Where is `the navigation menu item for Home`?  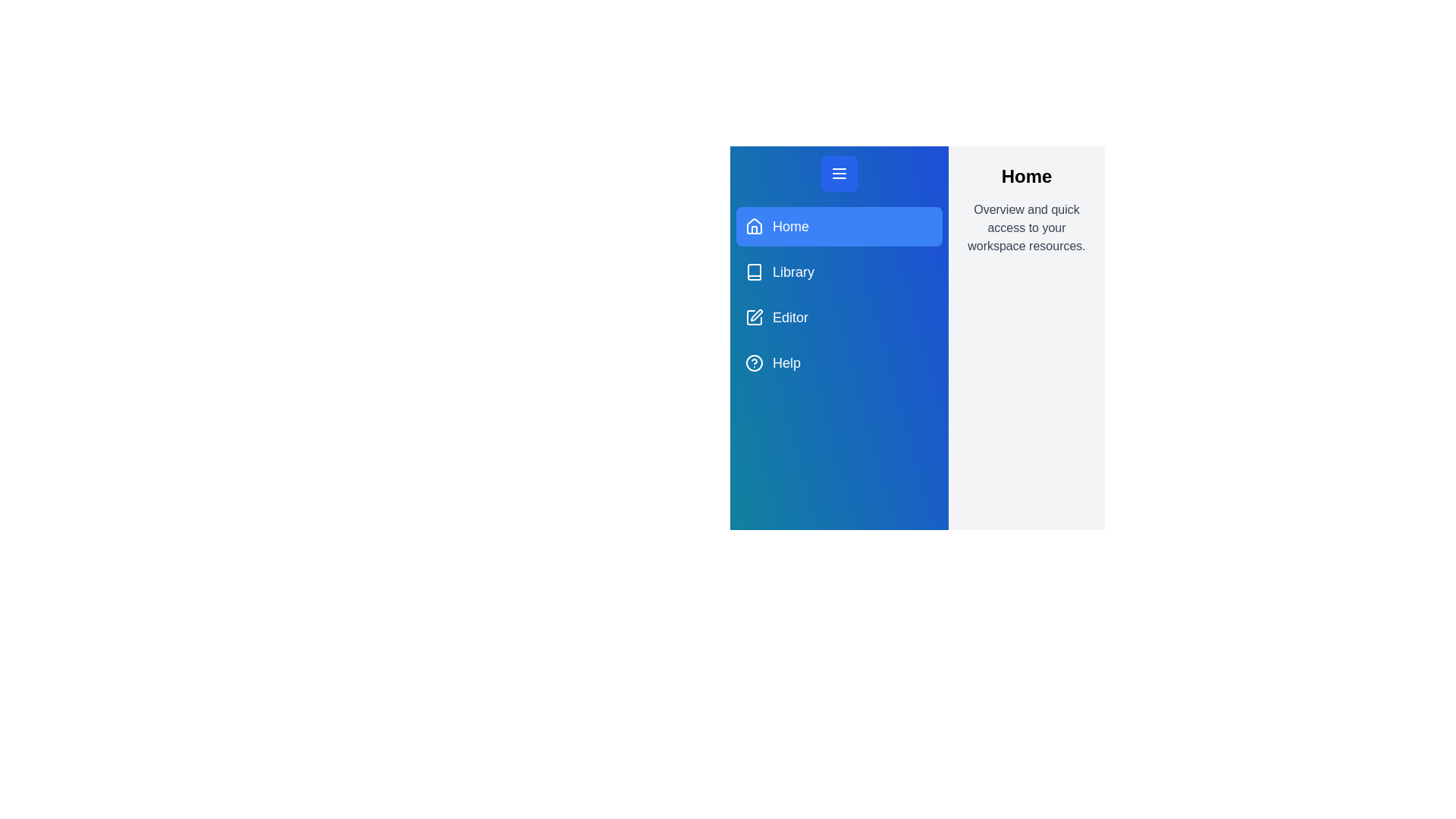 the navigation menu item for Home is located at coordinates (839, 227).